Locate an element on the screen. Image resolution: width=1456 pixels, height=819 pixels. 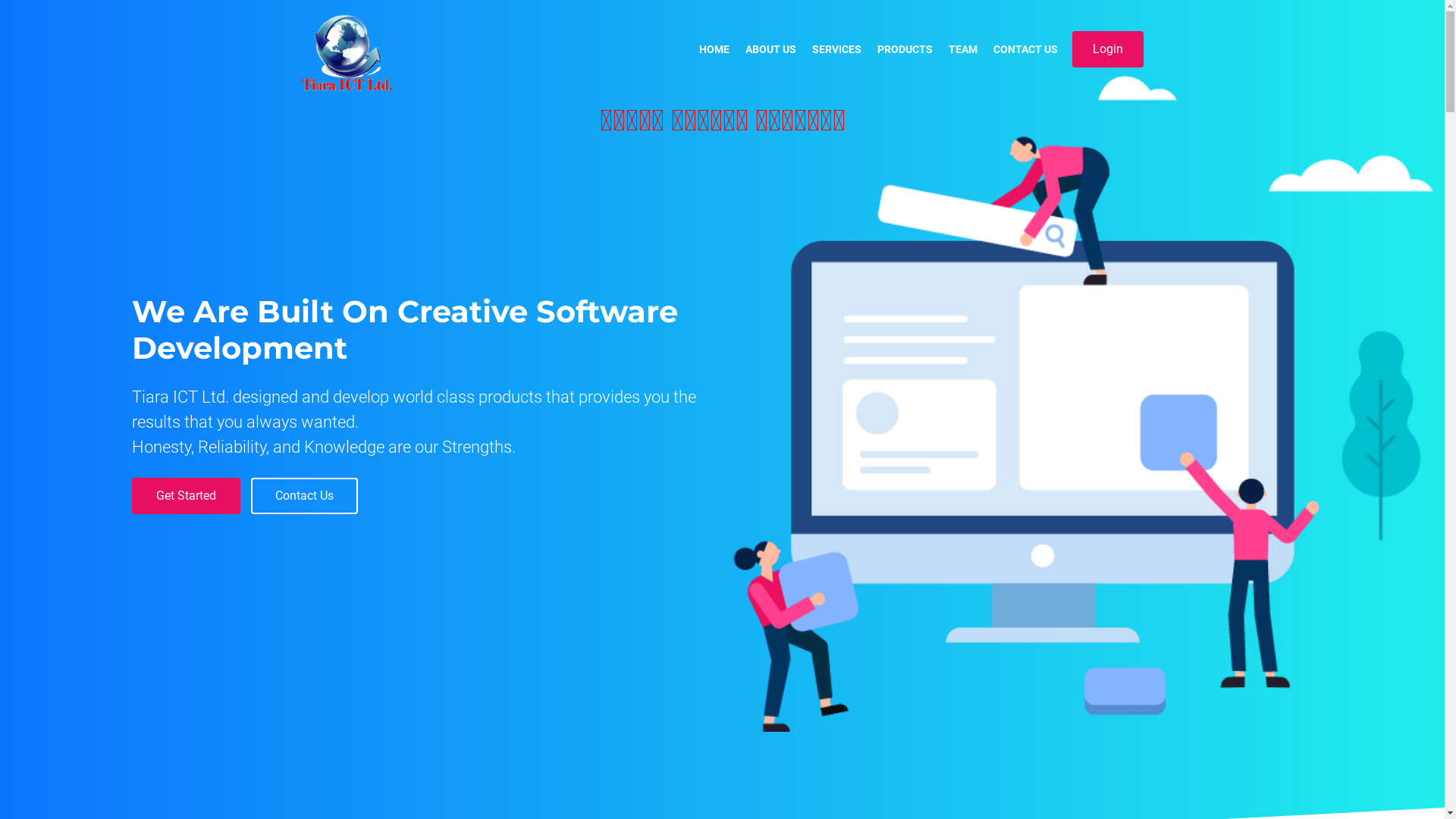
'Contact Us' is located at coordinates (303, 496).